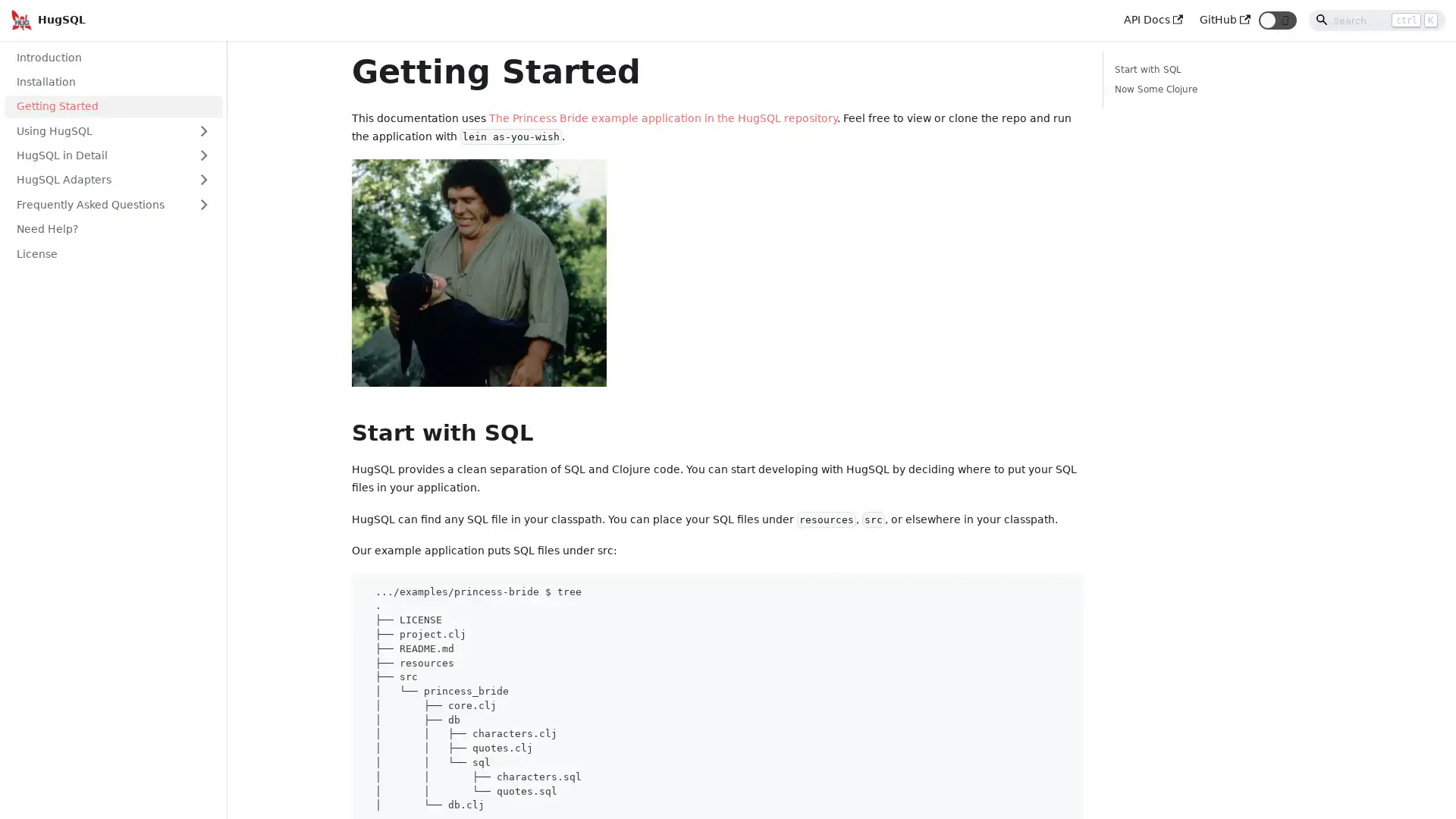  What do you see at coordinates (202, 178) in the screenshot?
I see `Toggle the collapsible sidebar category 'HugSQL Adapters'` at bounding box center [202, 178].